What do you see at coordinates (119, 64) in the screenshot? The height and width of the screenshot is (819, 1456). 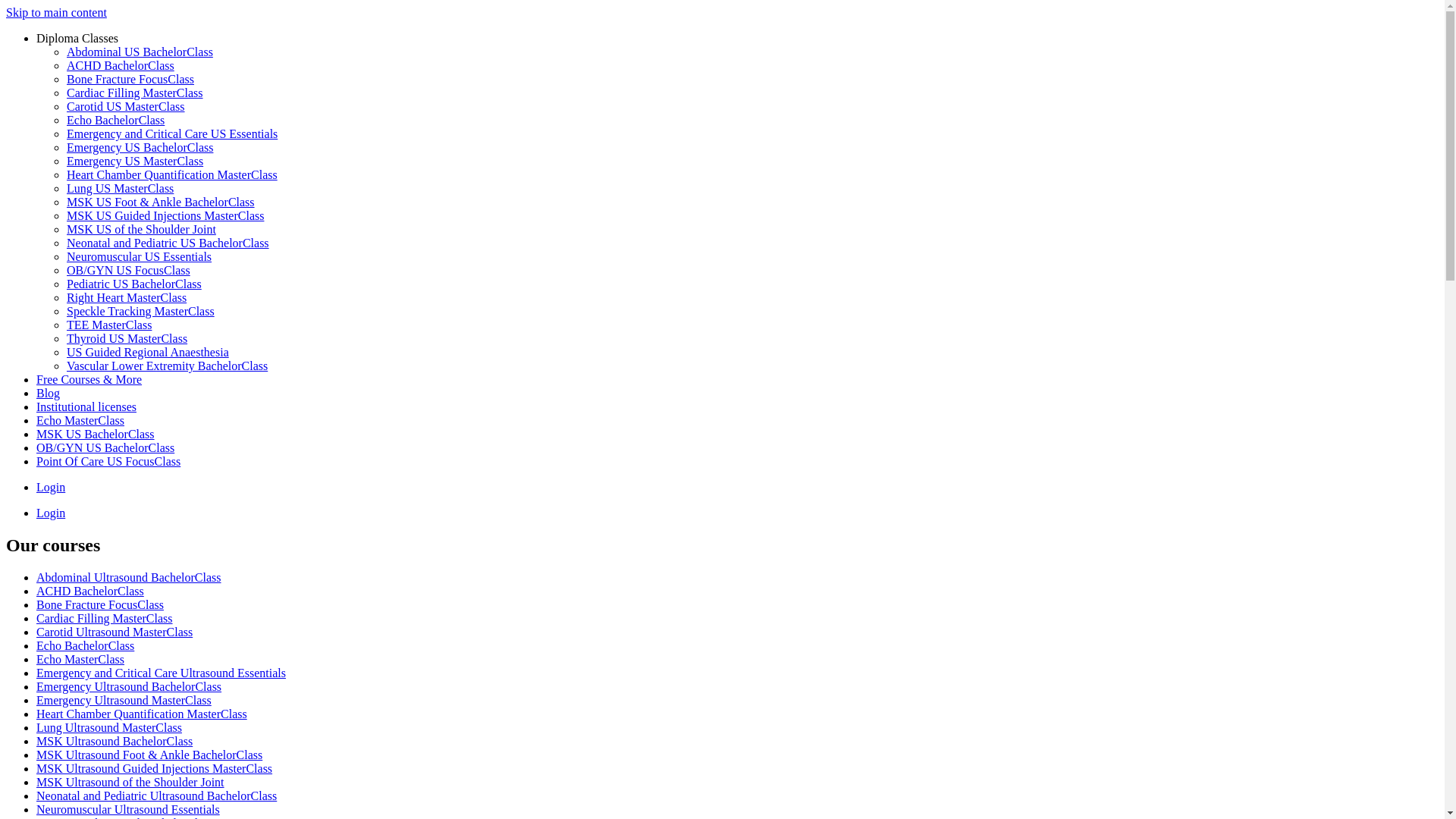 I see `'ACHD BachelorClass'` at bounding box center [119, 64].